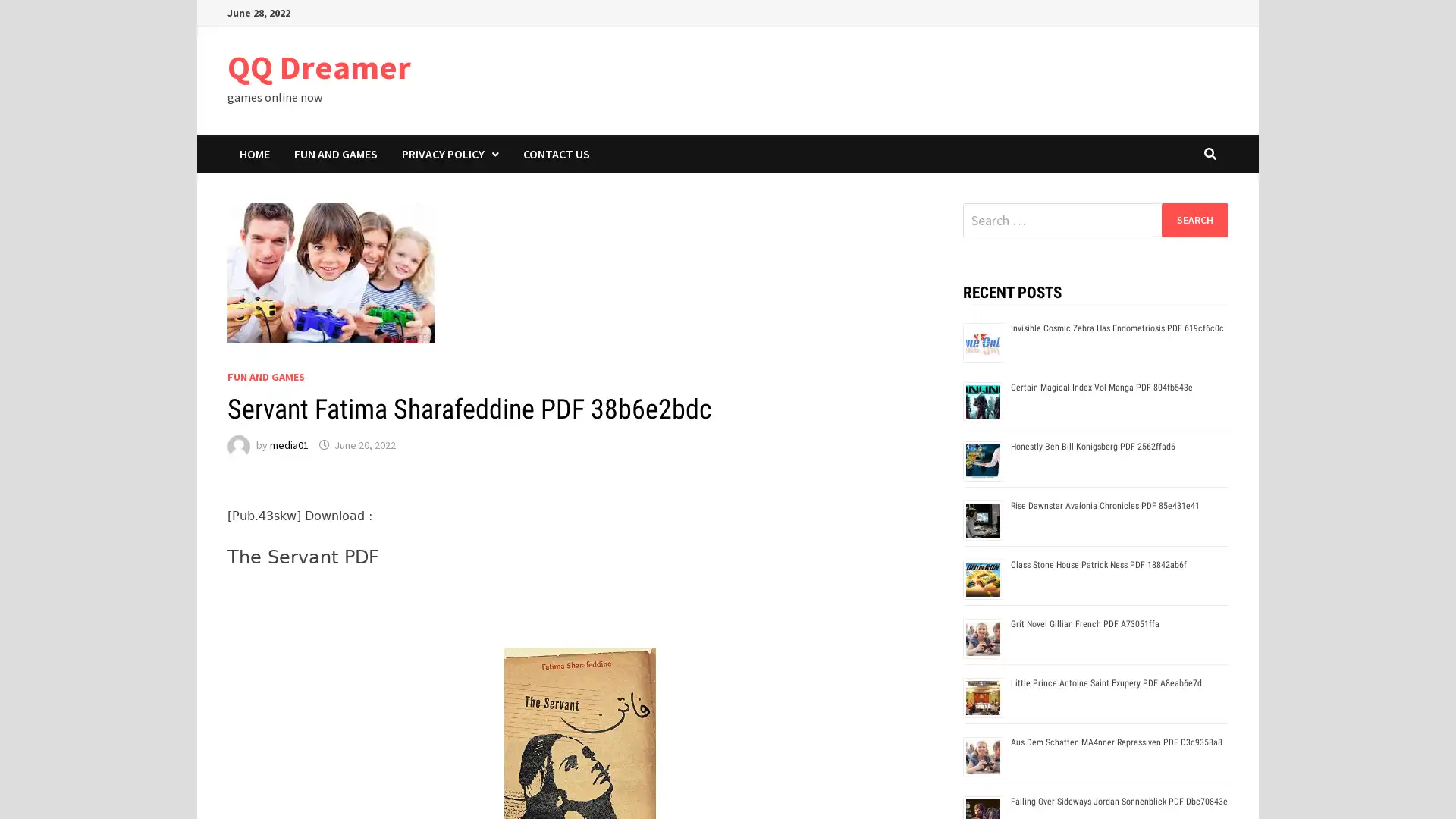 The image size is (1456, 819). Describe the element at coordinates (1194, 219) in the screenshot. I see `Search` at that location.